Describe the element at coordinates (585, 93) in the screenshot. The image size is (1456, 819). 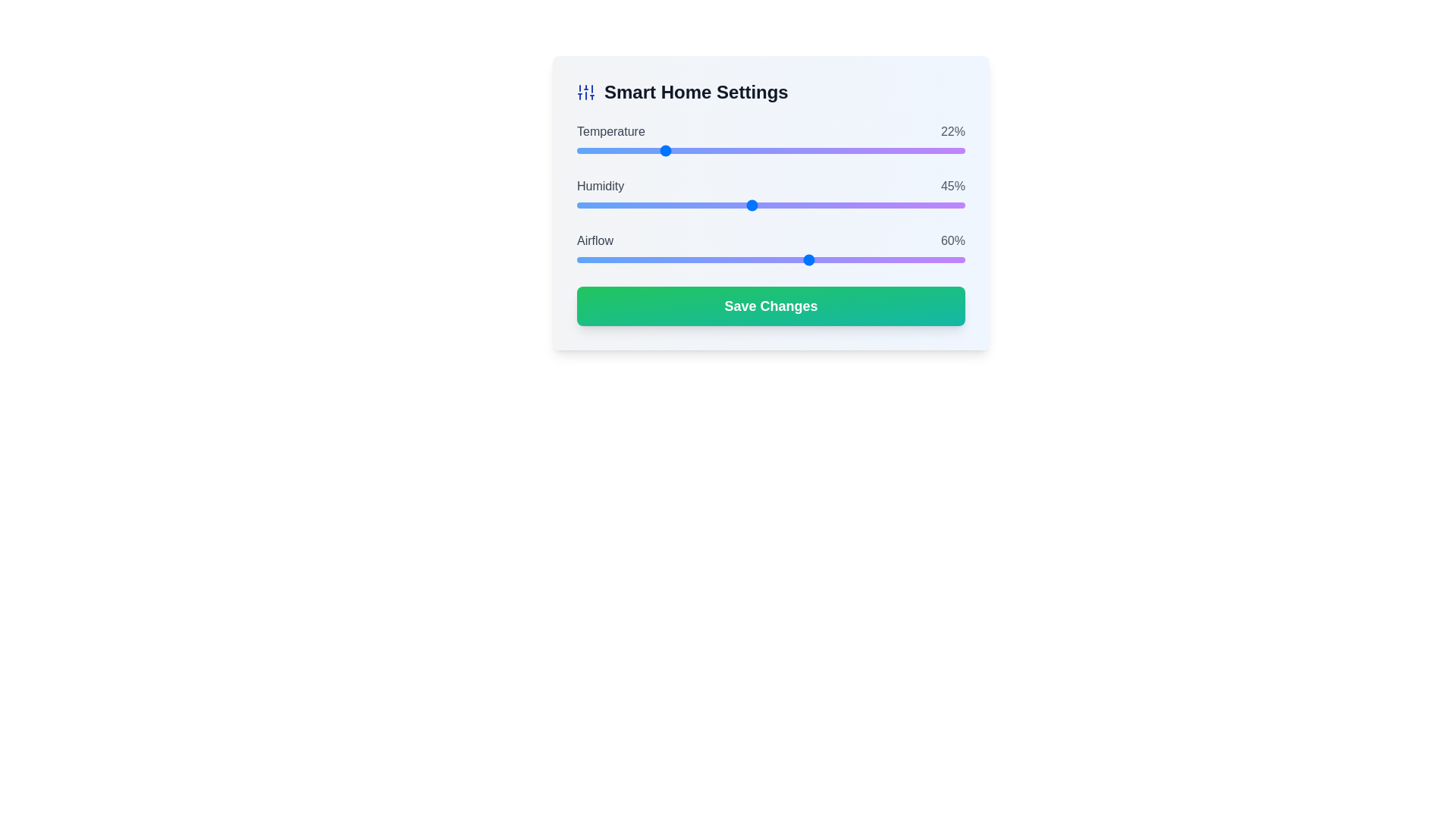
I see `the small vertical sliders icon styled in blue color located to the left of the text 'Smart Home Settings' in the header section` at that location.